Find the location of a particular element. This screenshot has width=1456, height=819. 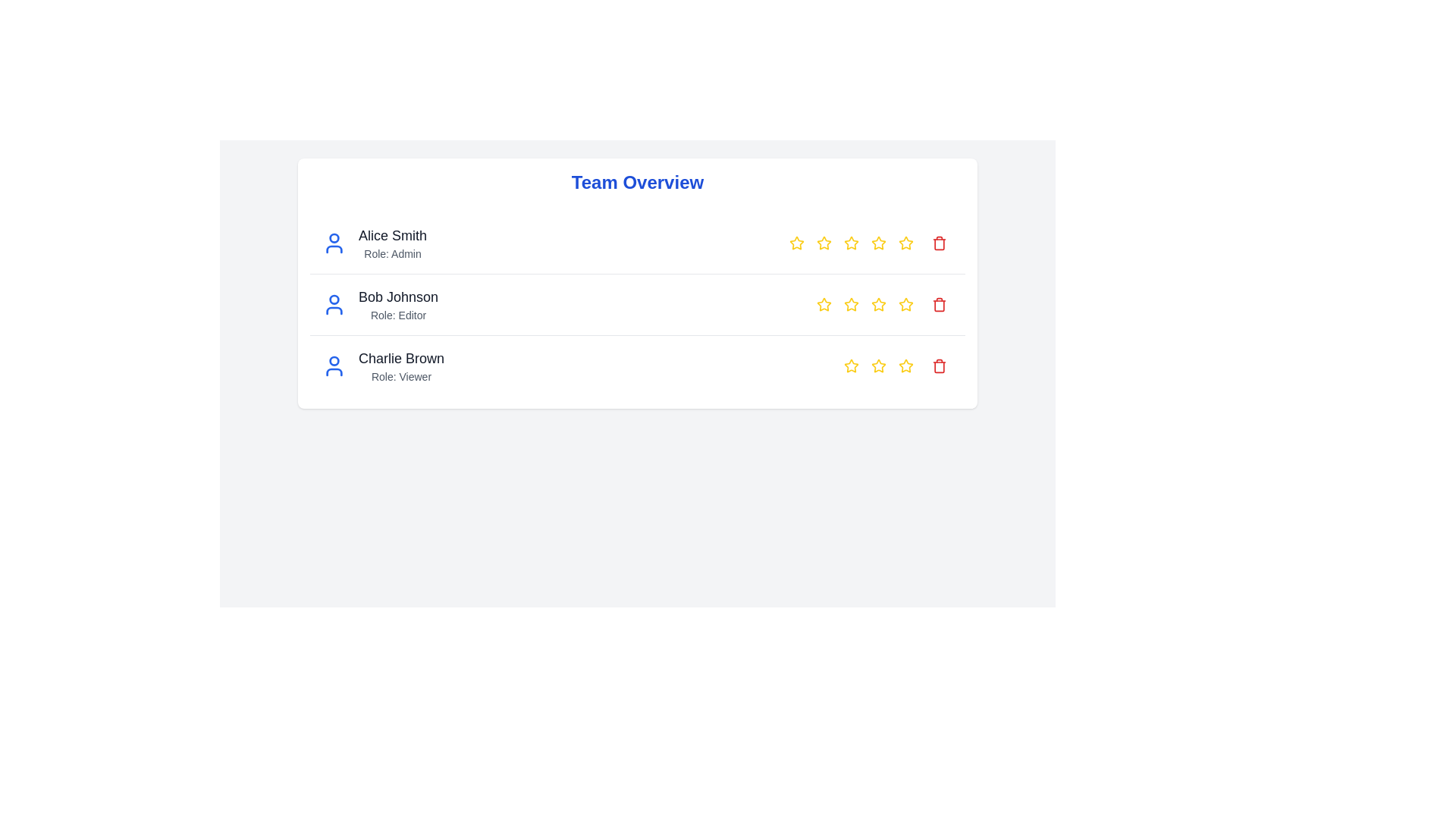

the Information display panel featuring 'Bob Johnson' and 'Role: Editor' is located at coordinates (380, 304).